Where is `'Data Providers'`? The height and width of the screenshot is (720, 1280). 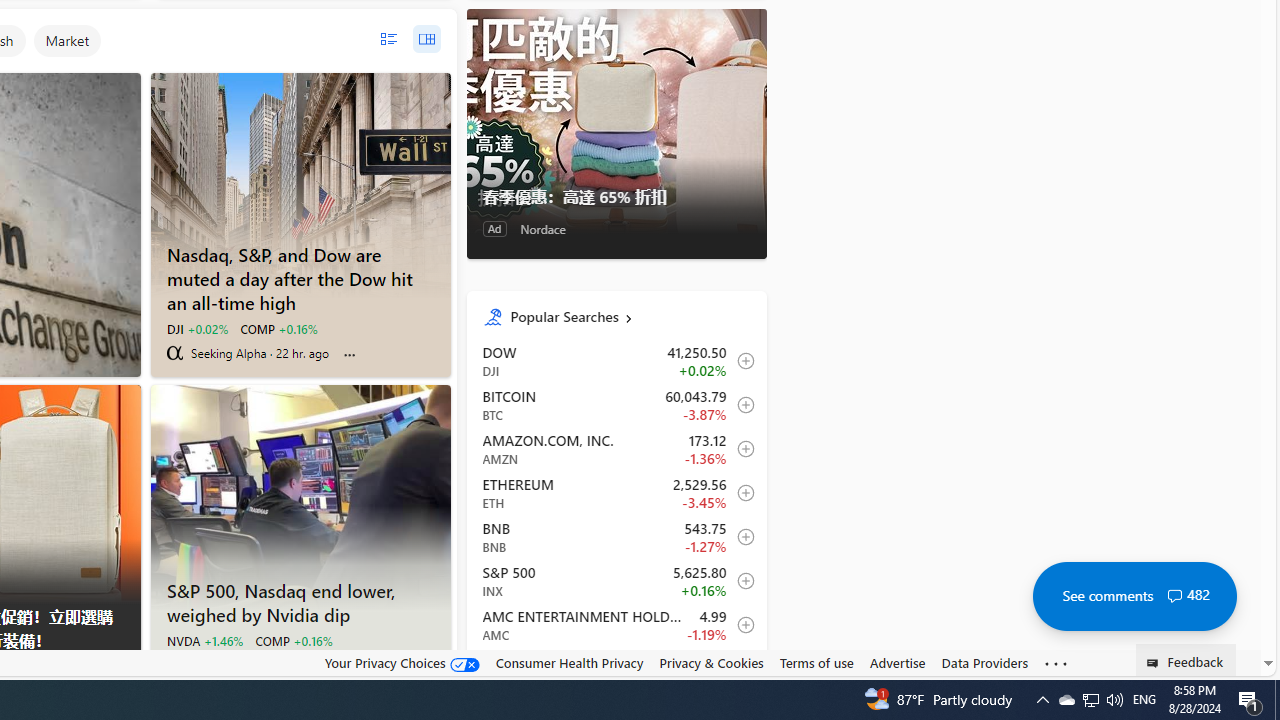 'Data Providers' is located at coordinates (984, 662).